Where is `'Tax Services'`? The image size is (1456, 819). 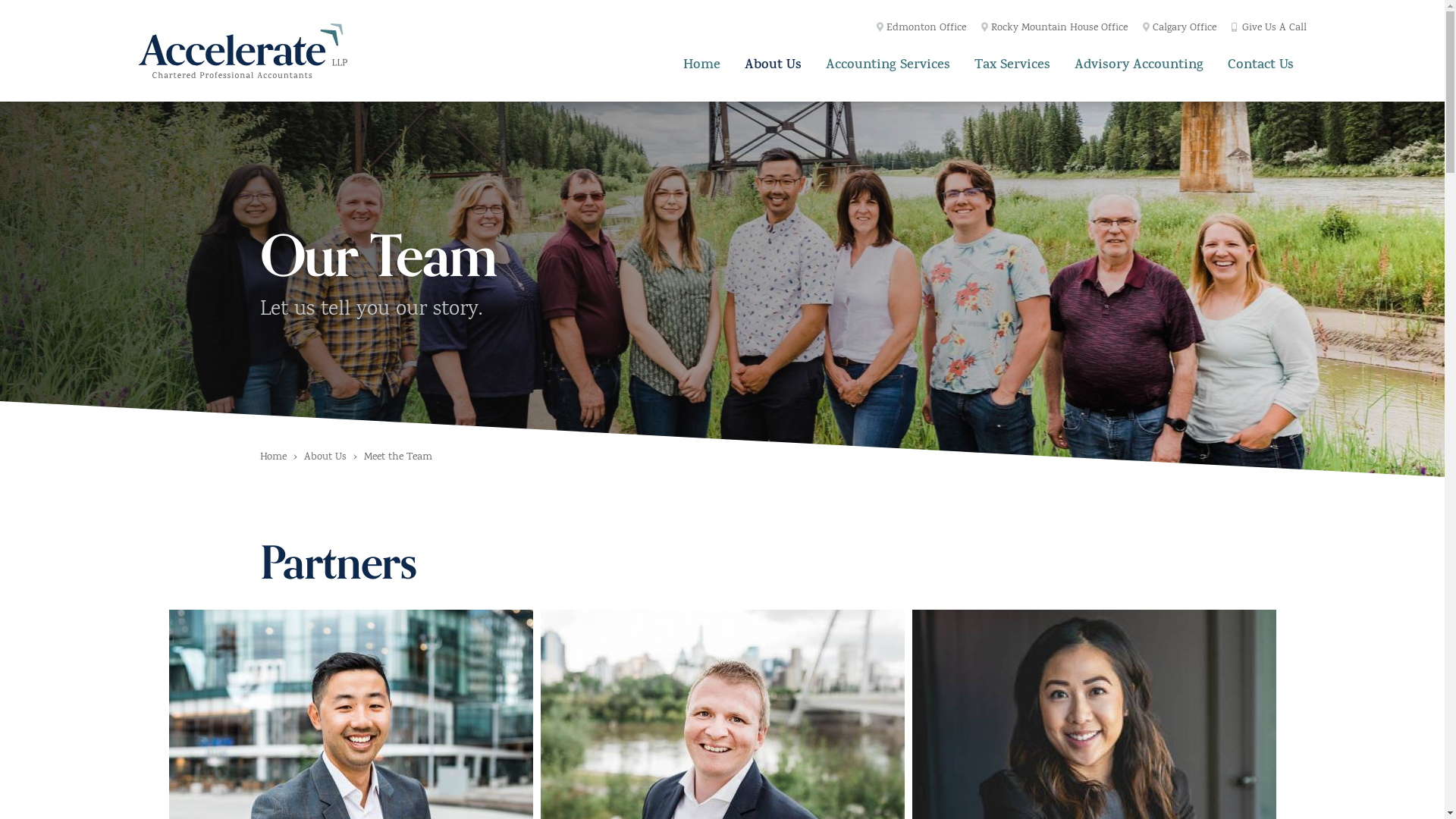
'Tax Services' is located at coordinates (1012, 63).